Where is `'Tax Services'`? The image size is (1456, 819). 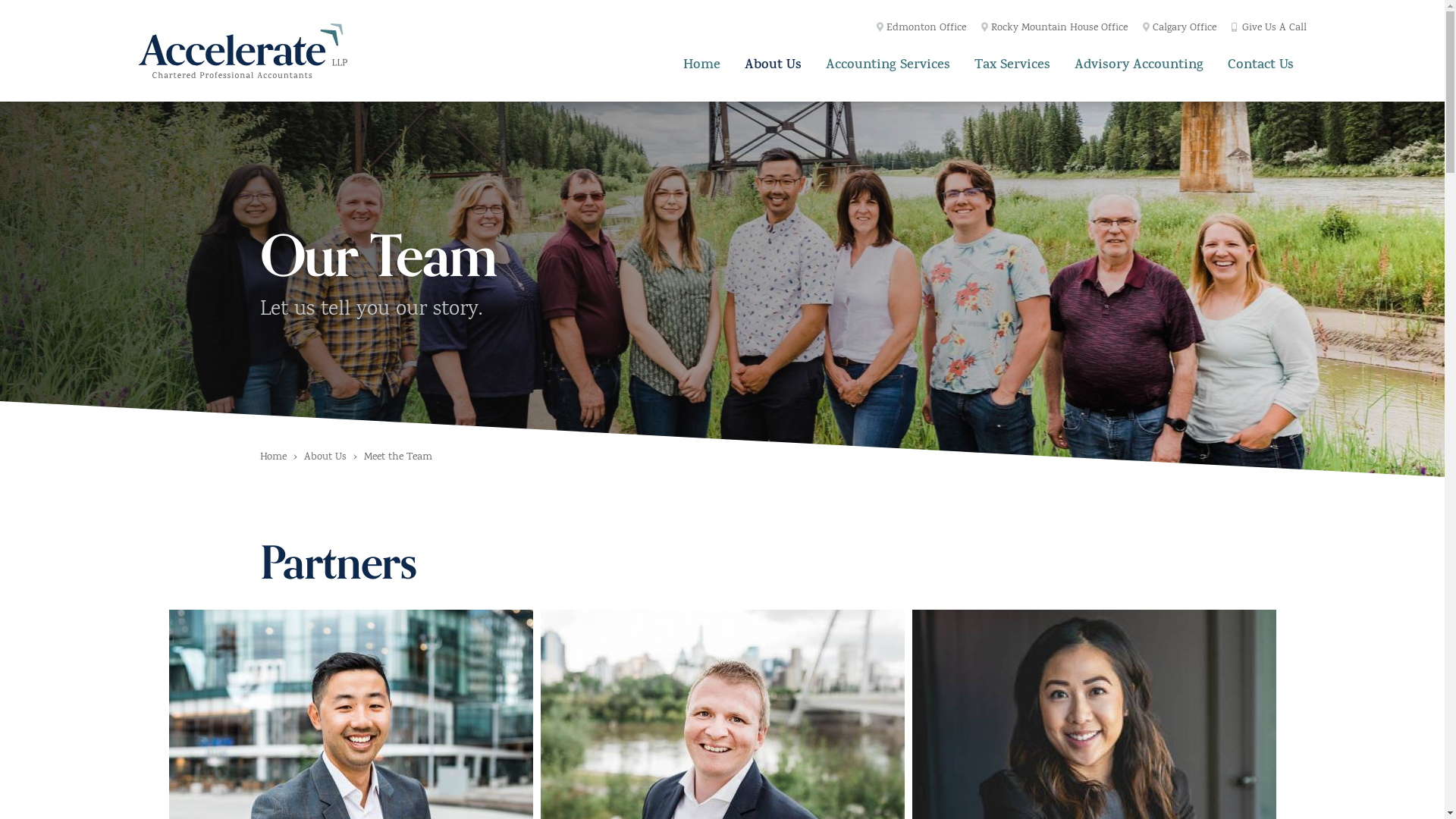
'Tax Services' is located at coordinates (1012, 63).